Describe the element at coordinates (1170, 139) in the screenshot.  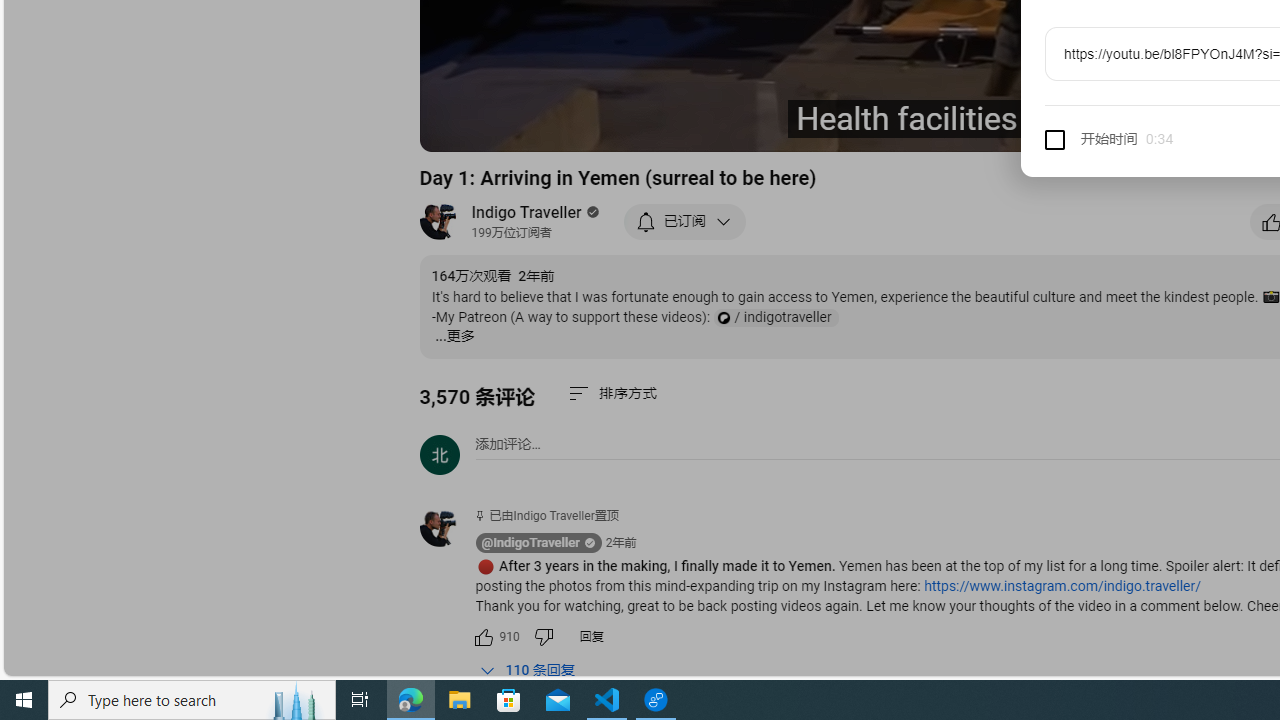
I see `'Class: style-scope tp-yt-paper-input'` at that location.